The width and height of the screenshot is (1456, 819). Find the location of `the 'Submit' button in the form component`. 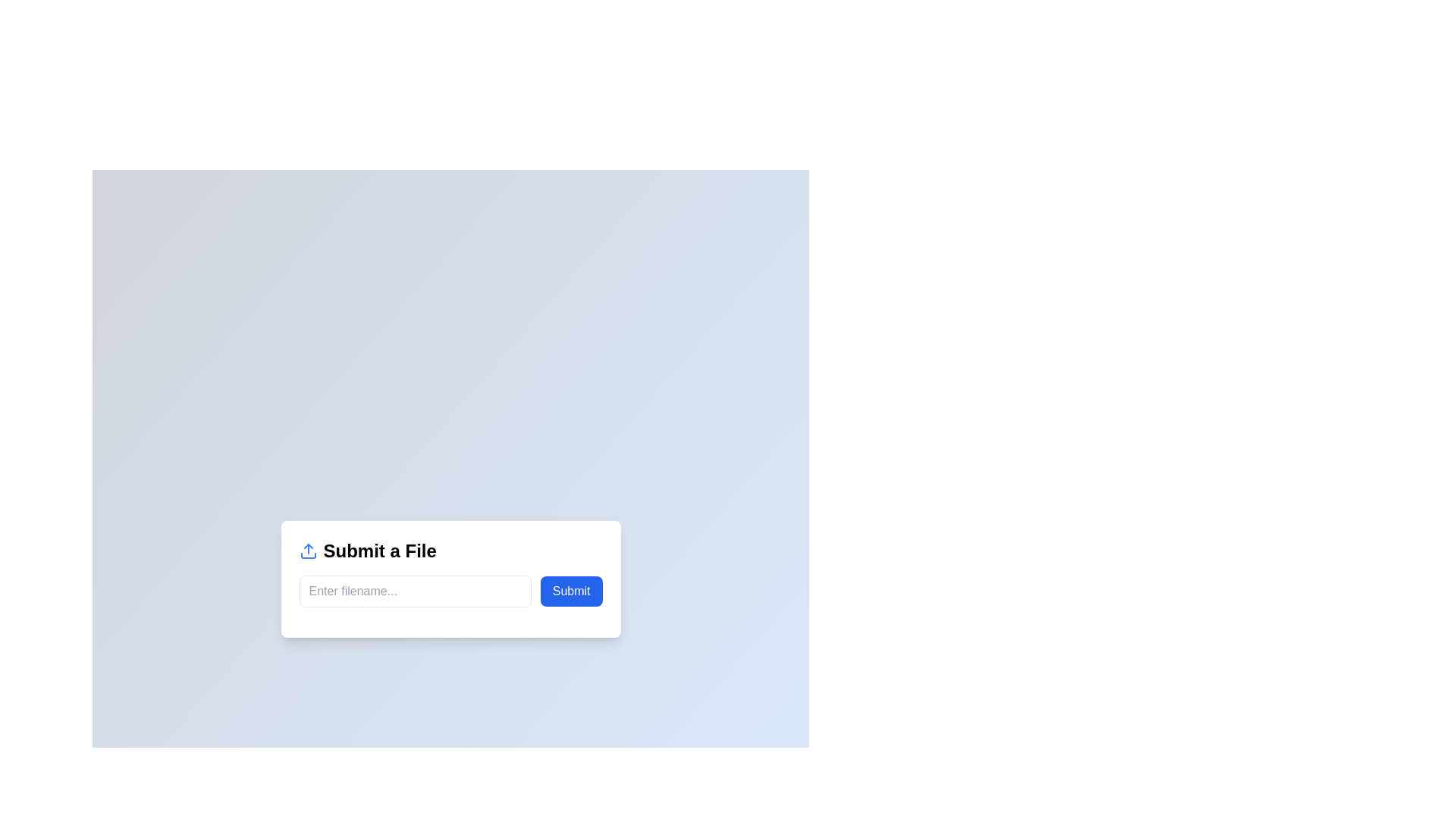

the 'Submit' button in the form component is located at coordinates (450, 590).